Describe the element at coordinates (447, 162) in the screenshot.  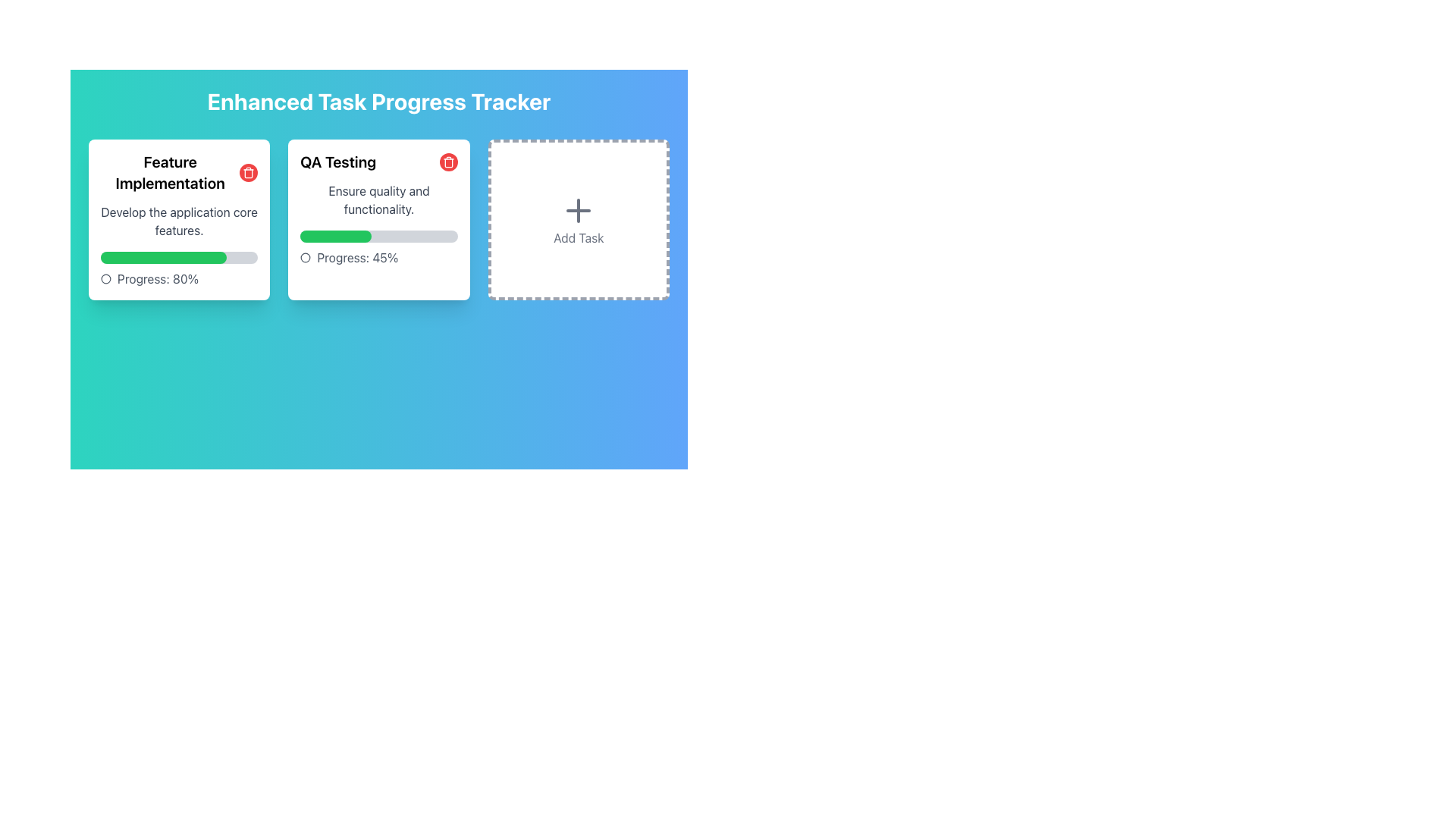
I see `the trash can icon delete button with a red background located in the top-right corner of the 'QA Testing' task card` at that location.